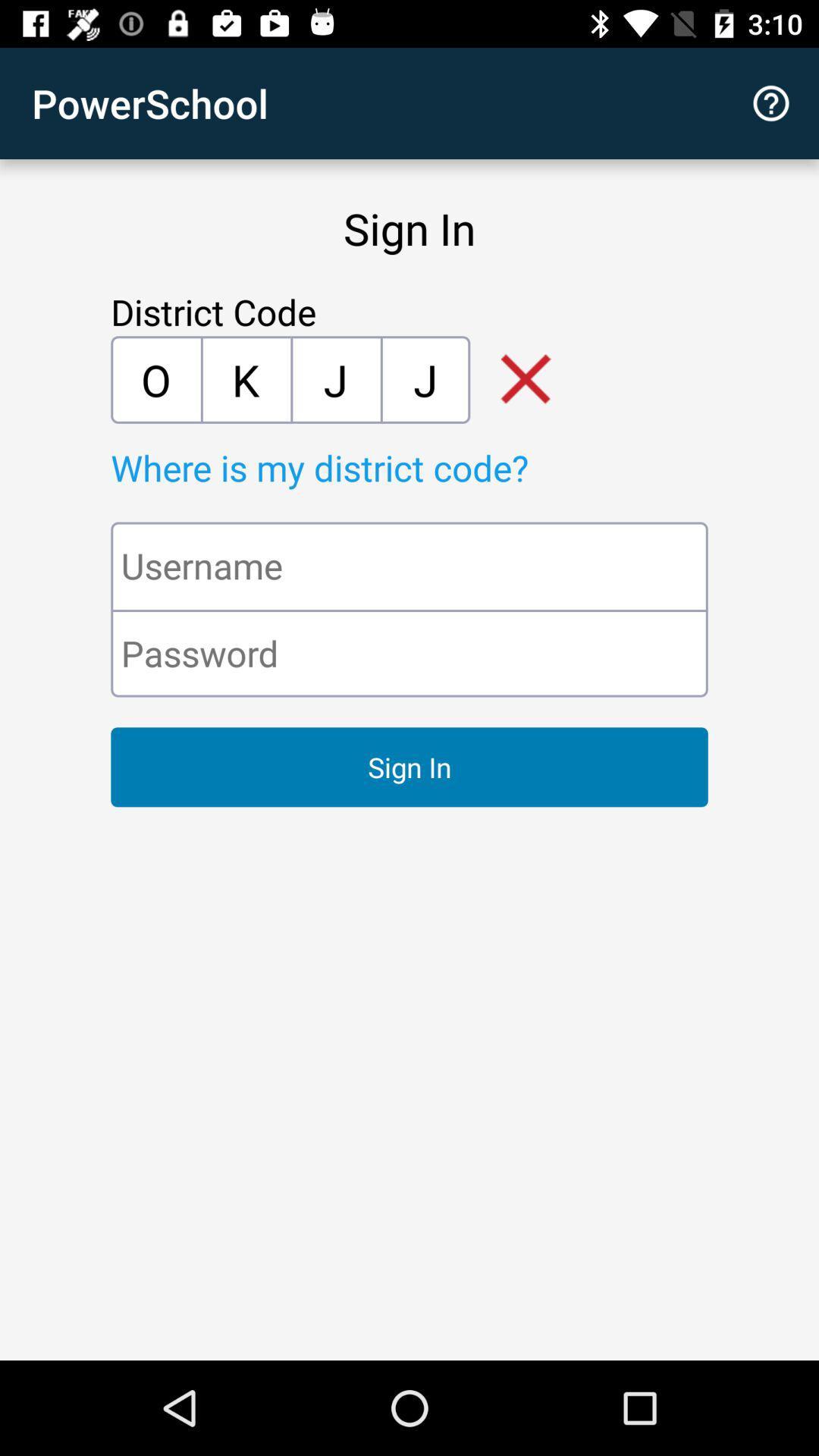 The width and height of the screenshot is (819, 1456). Describe the element at coordinates (334, 379) in the screenshot. I see `the alphabet beside k` at that location.